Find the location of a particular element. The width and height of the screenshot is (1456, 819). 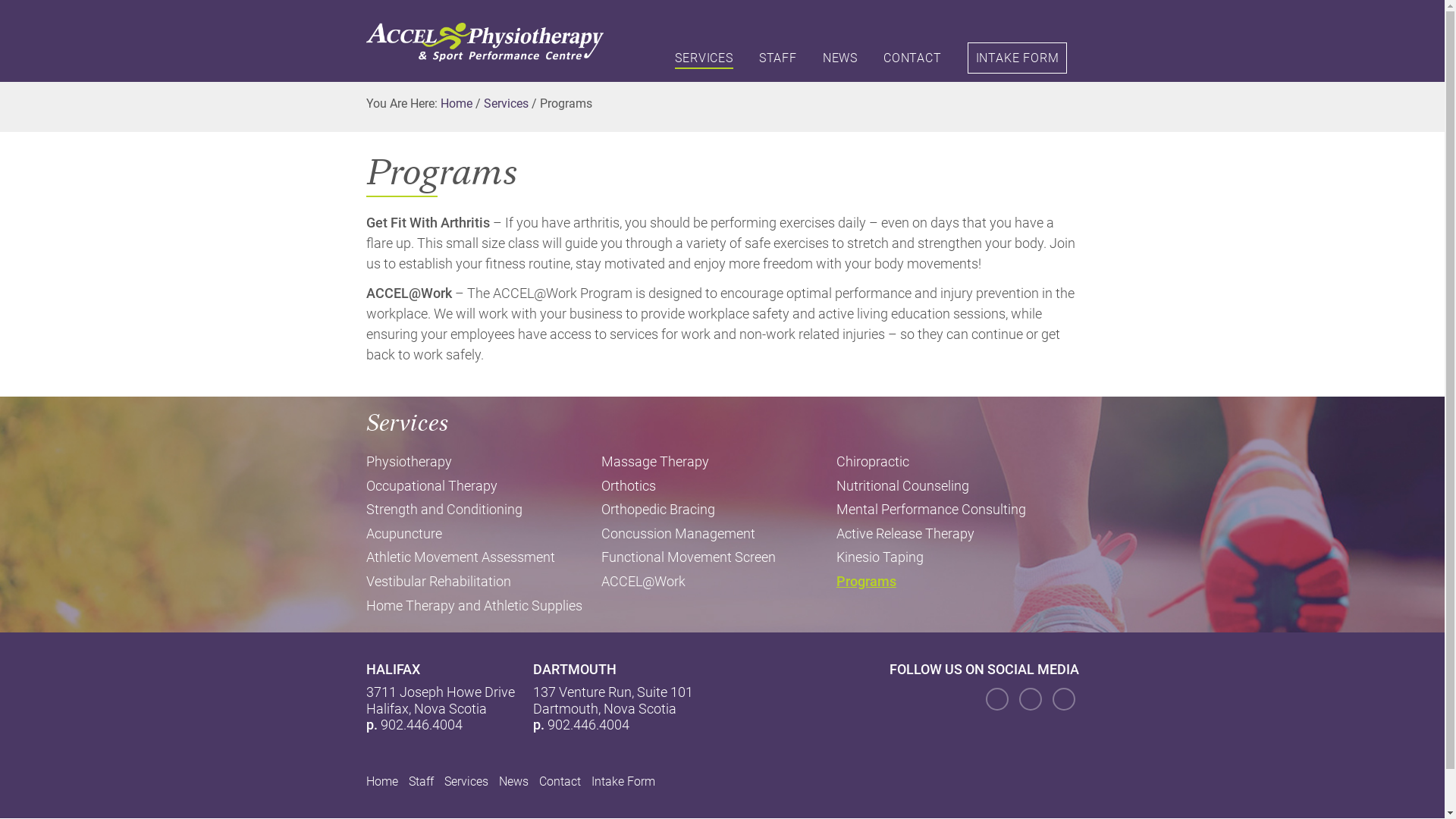

'INTAKE FORM' is located at coordinates (1018, 57).